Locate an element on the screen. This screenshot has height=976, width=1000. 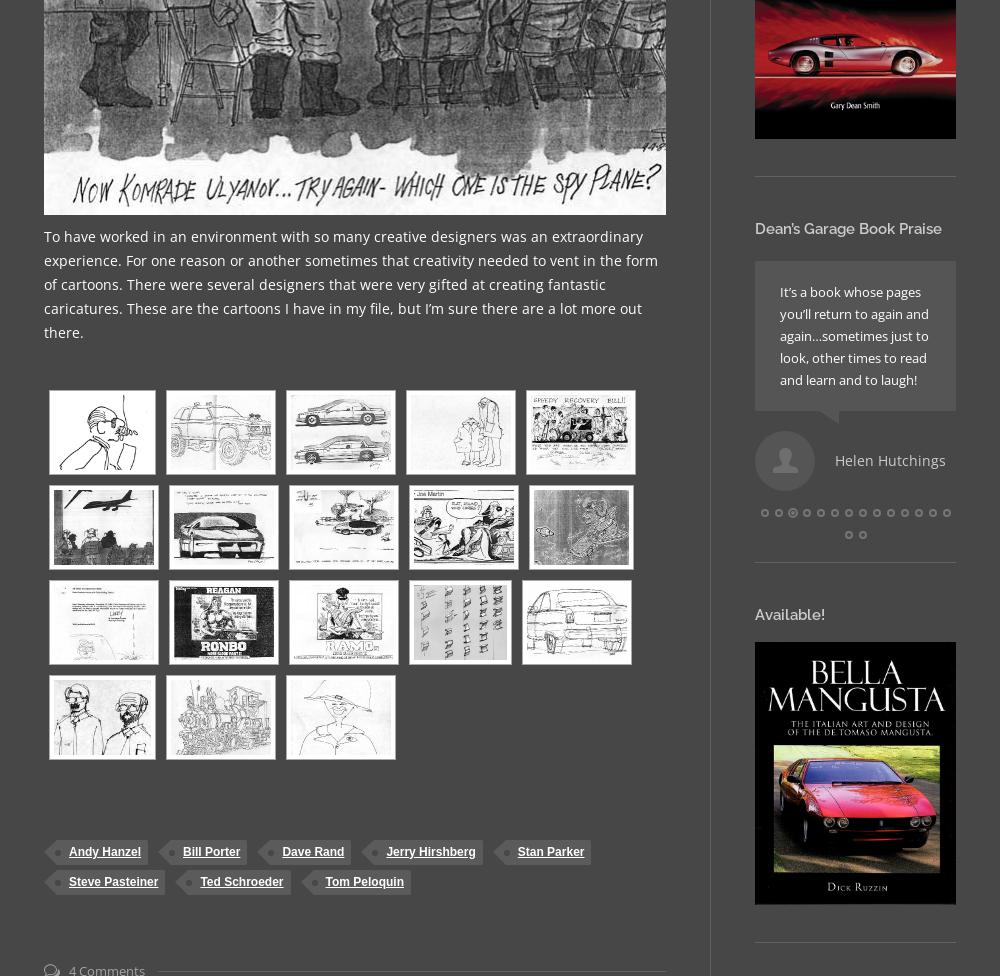
'Dave Rand' is located at coordinates (312, 852).